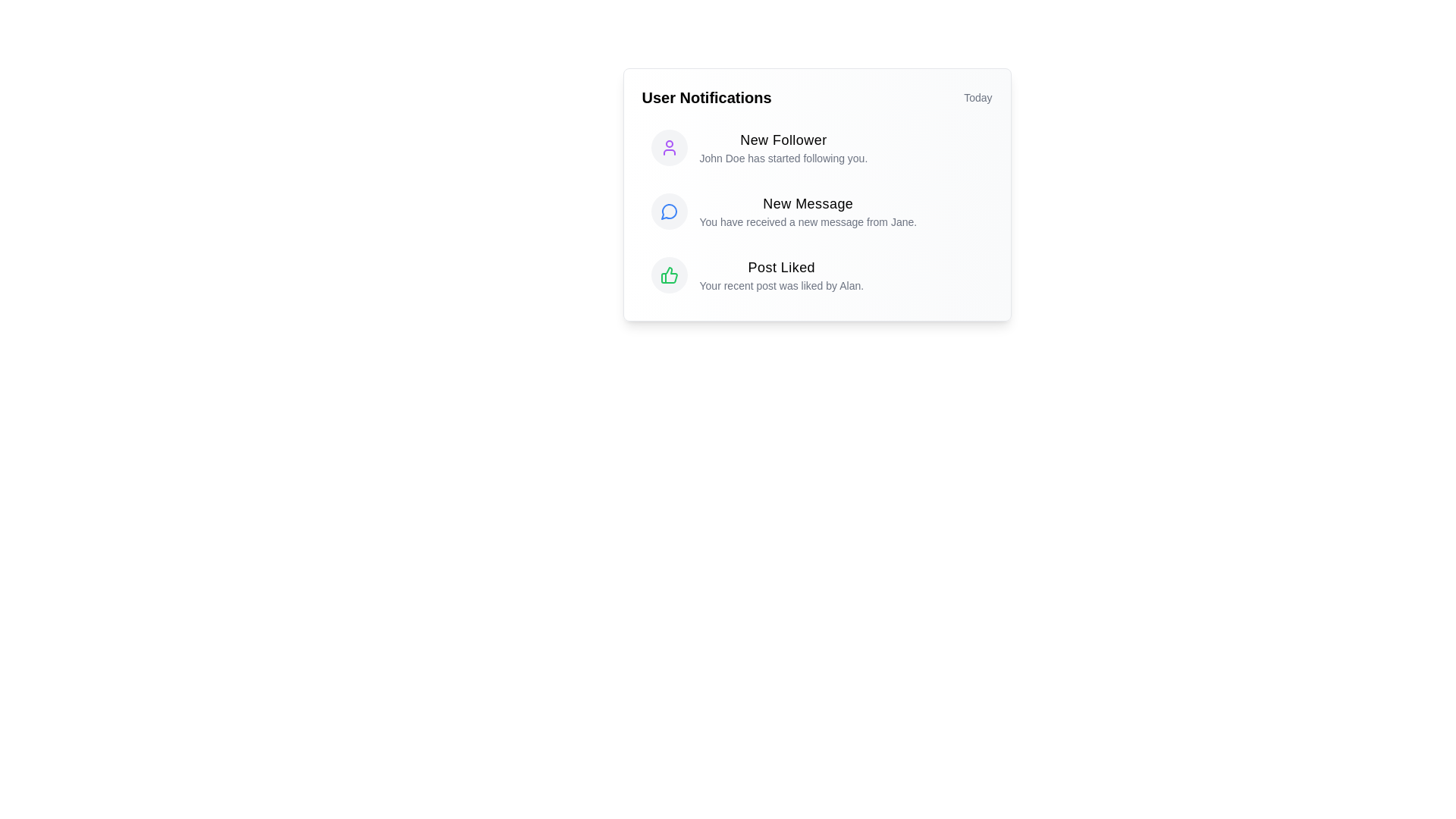 The width and height of the screenshot is (1456, 819). Describe the element at coordinates (781, 286) in the screenshot. I see `notification message 'Your recent post was liked by Alan.' displayed in gray font below the title 'Post Liked' in the third notification card under 'User Notifications'` at that location.